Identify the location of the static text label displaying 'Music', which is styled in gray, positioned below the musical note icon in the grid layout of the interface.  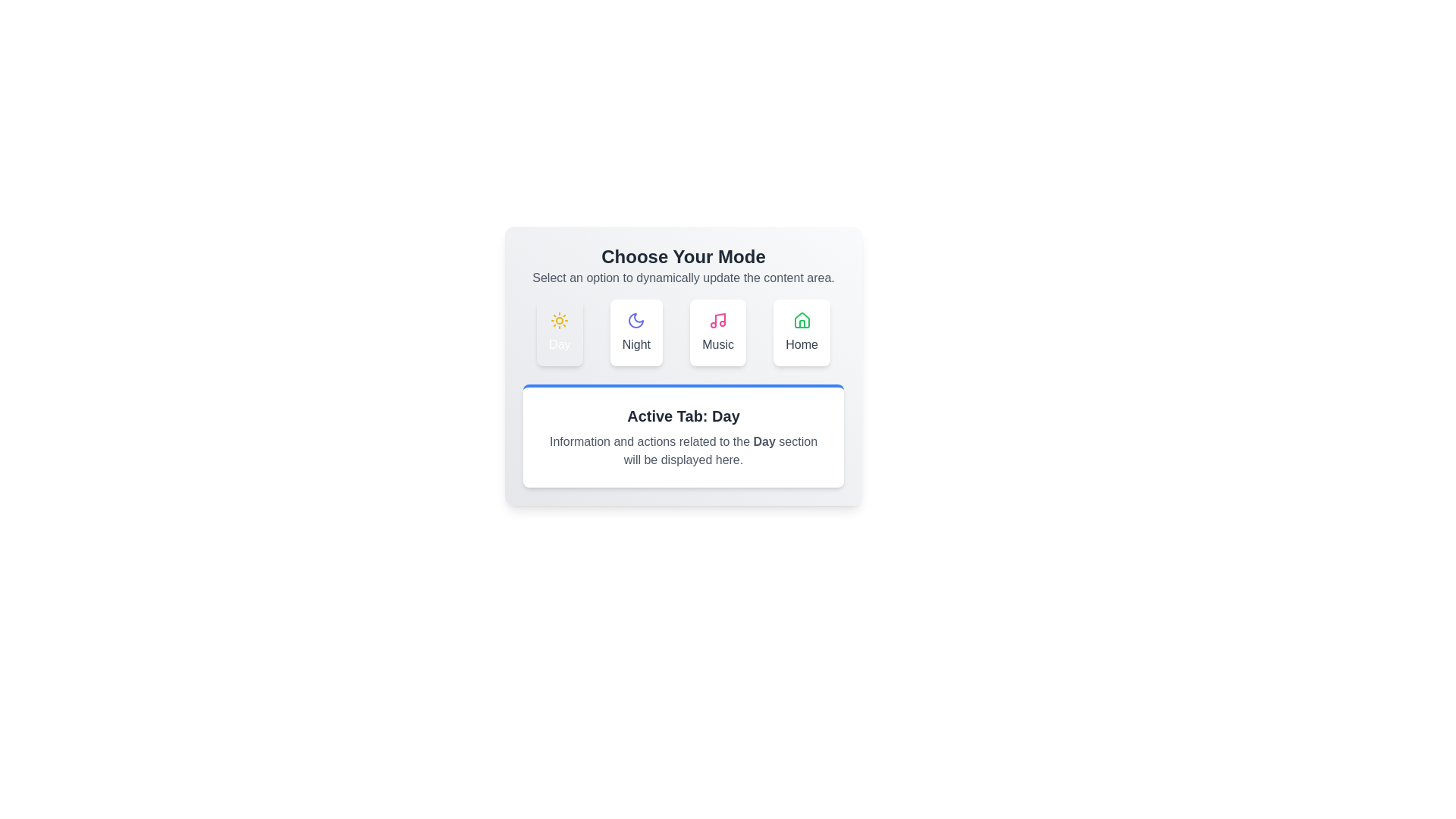
(717, 345).